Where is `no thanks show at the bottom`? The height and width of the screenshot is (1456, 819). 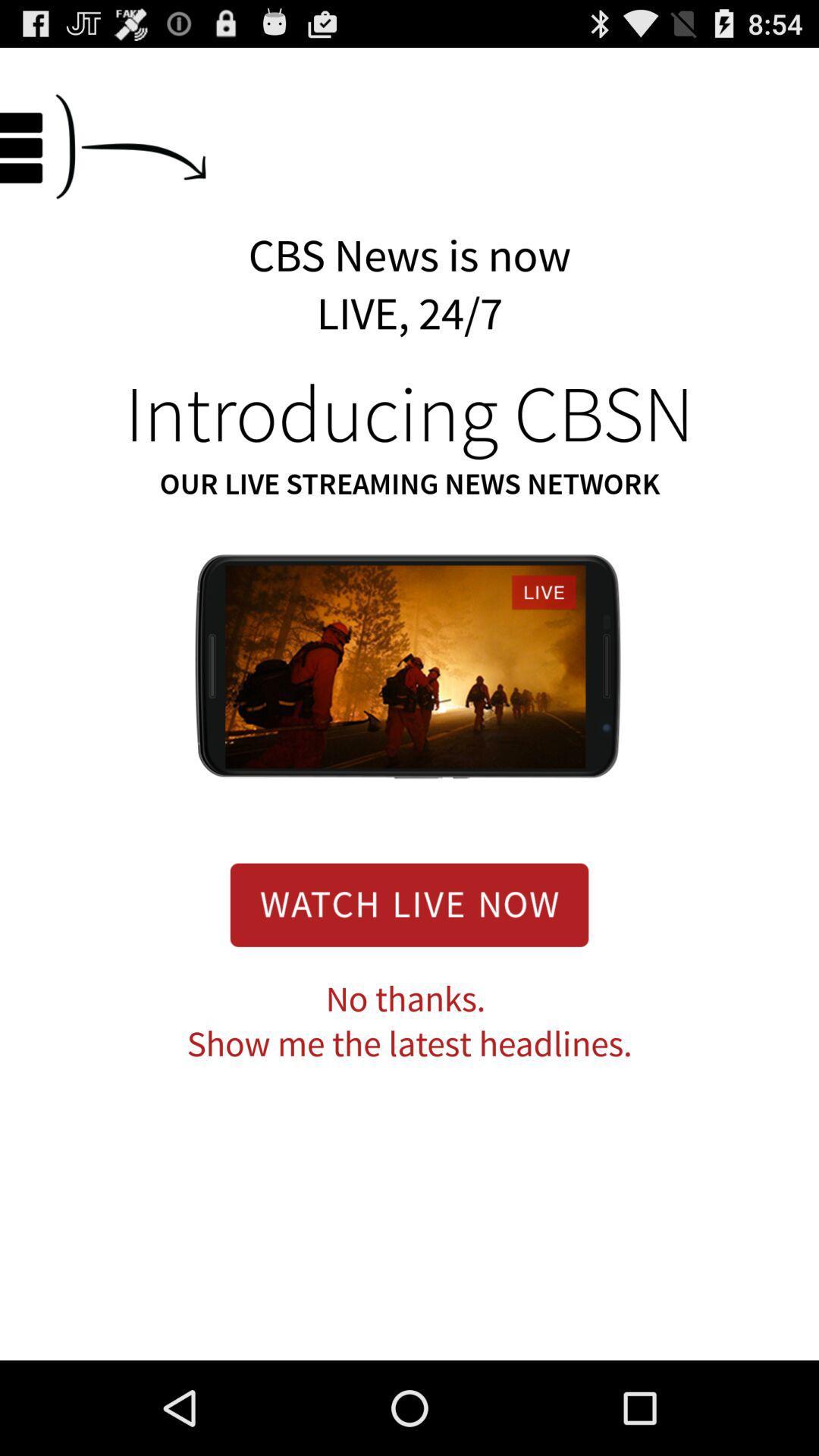 no thanks show at the bottom is located at coordinates (409, 1022).